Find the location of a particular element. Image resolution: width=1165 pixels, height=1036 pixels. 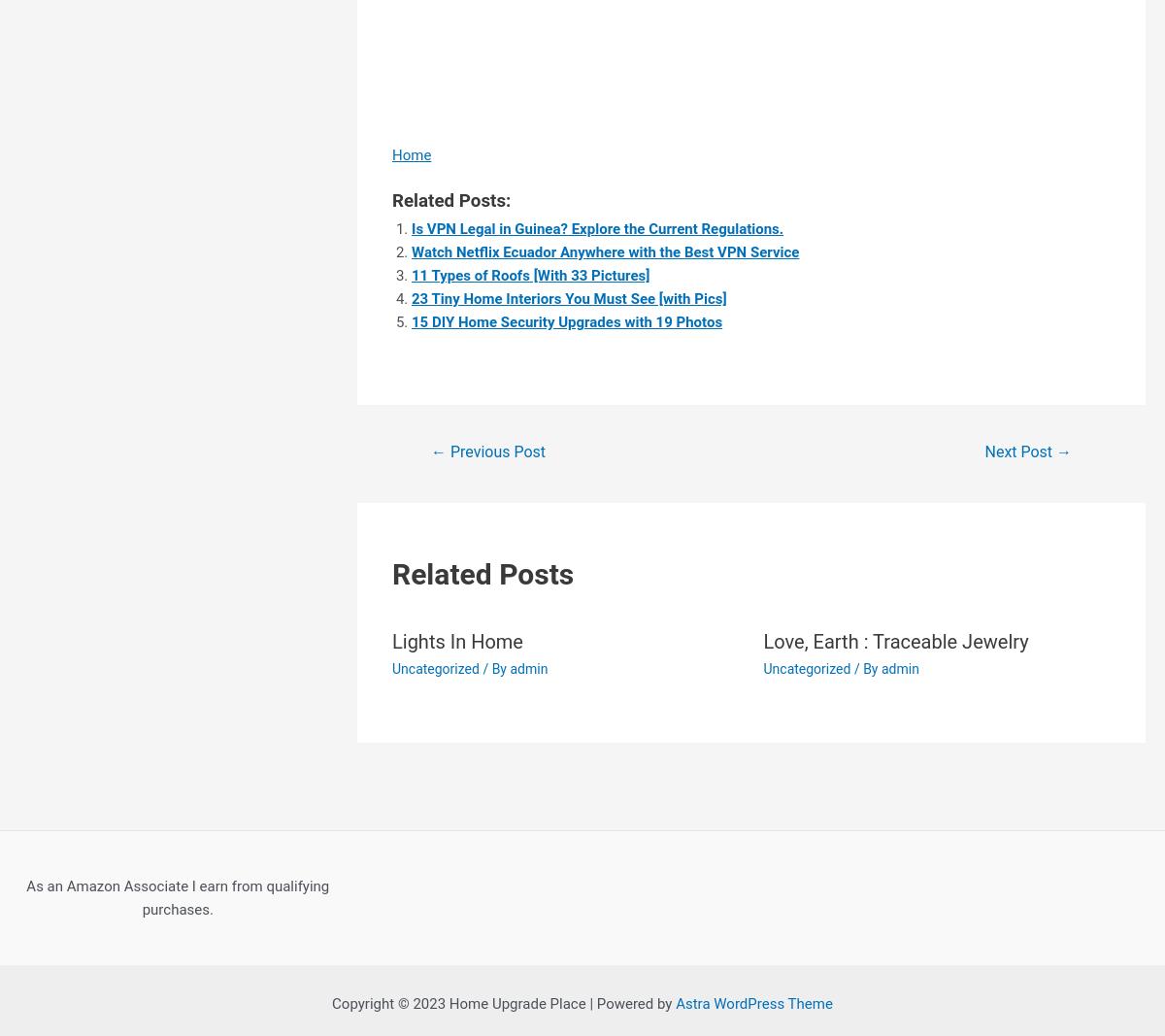

'Is VPN Legal in Guinea? Explore the Current Regulations.' is located at coordinates (597, 227).